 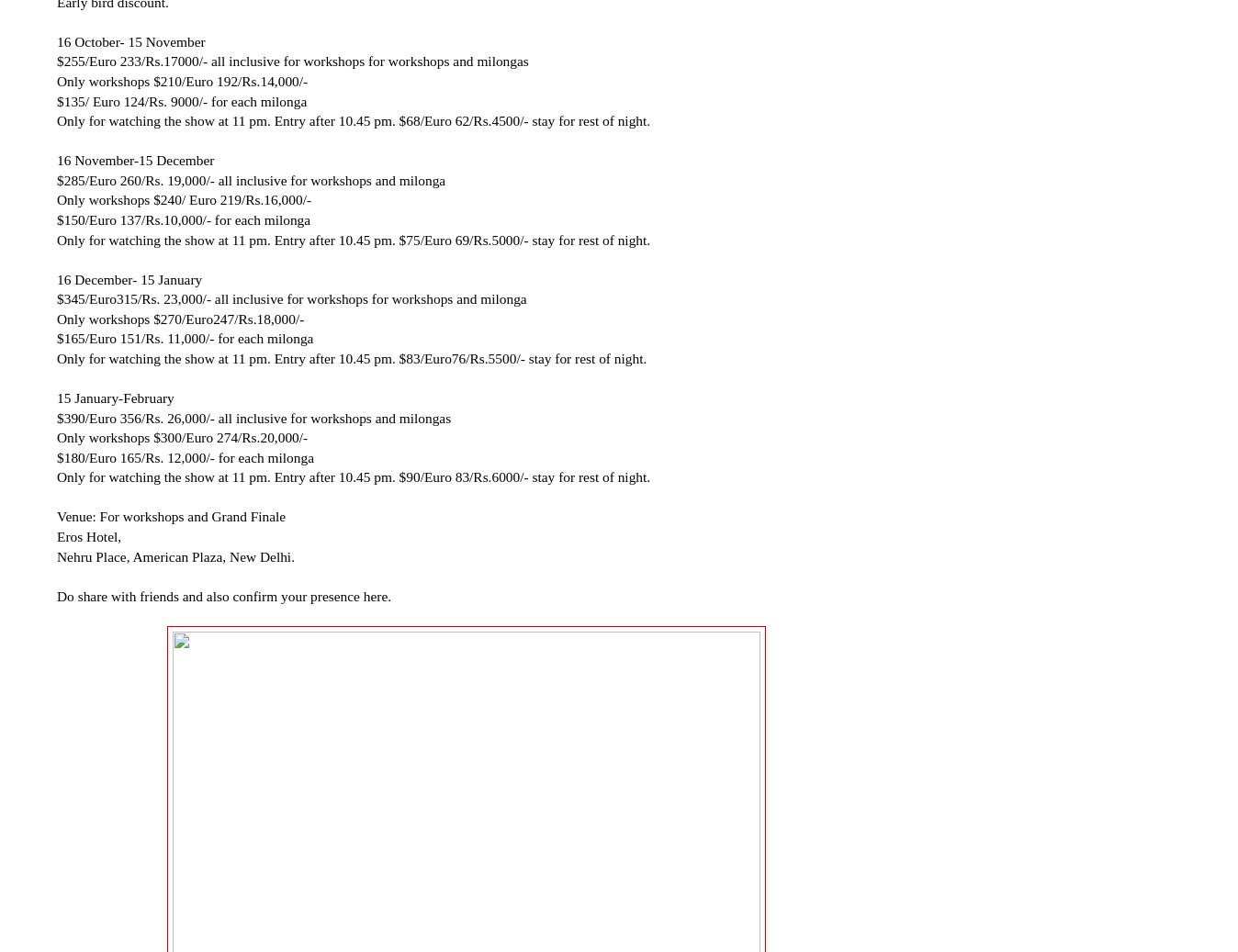 I want to click on 'Only workshops $270/Euro247/Rs.18,000/-', so click(x=180, y=317).